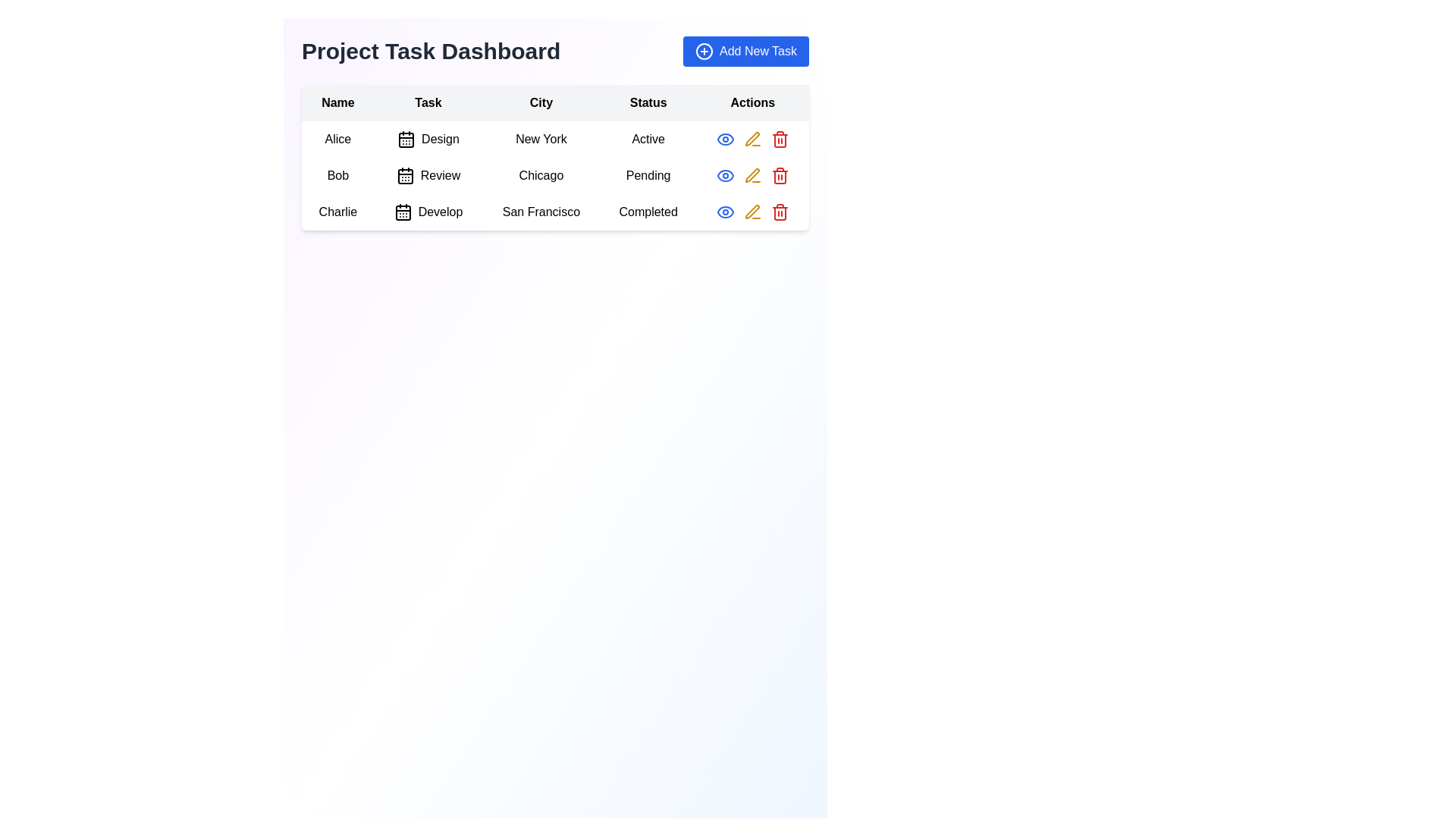 The image size is (1456, 819). I want to click on the blue eye icon representing the 'View' action in the 'Actions' column of the third row for 'Charlie', so click(724, 212).